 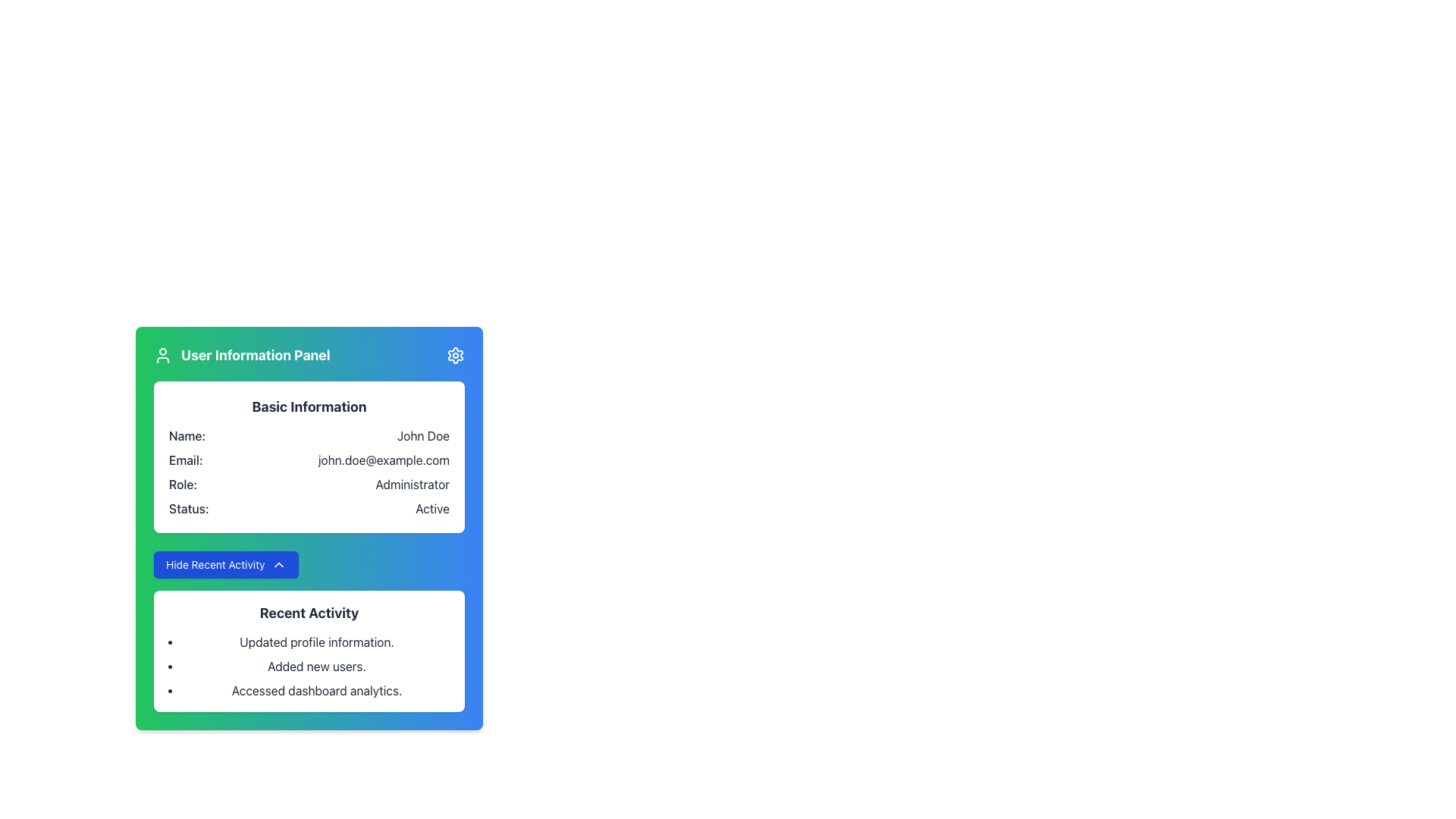 What do you see at coordinates (182, 485) in the screenshot?
I see `the text label displaying 'Role:' located in the 'Basic Information' section of the user information panel` at bounding box center [182, 485].